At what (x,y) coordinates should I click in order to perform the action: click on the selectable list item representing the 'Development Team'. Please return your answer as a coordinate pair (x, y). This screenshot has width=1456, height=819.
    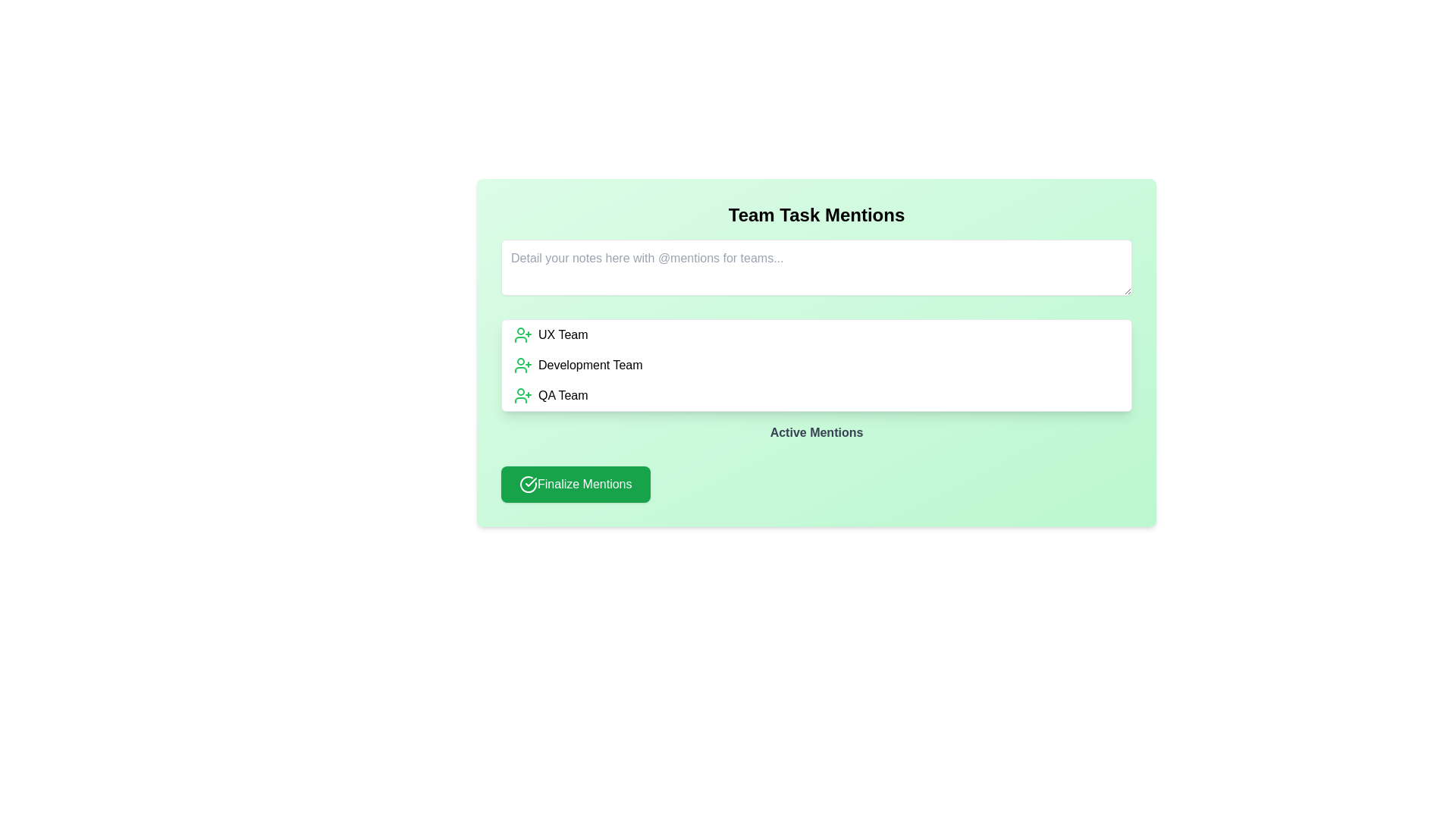
    Looking at the image, I should click on (815, 366).